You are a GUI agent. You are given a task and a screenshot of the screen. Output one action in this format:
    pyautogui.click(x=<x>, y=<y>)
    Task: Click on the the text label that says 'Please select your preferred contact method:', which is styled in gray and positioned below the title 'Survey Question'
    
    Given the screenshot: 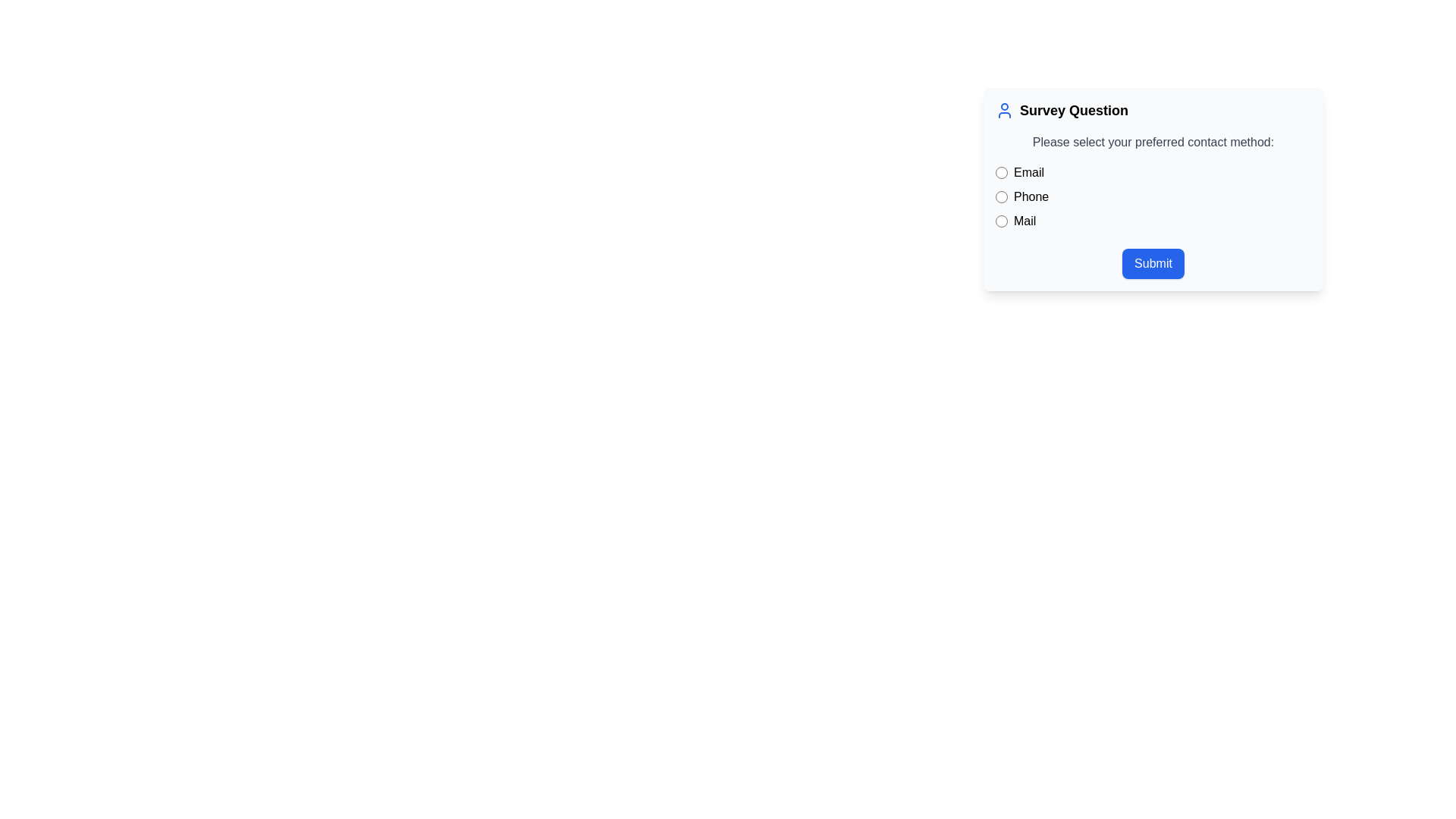 What is the action you would take?
    pyautogui.click(x=1153, y=143)
    